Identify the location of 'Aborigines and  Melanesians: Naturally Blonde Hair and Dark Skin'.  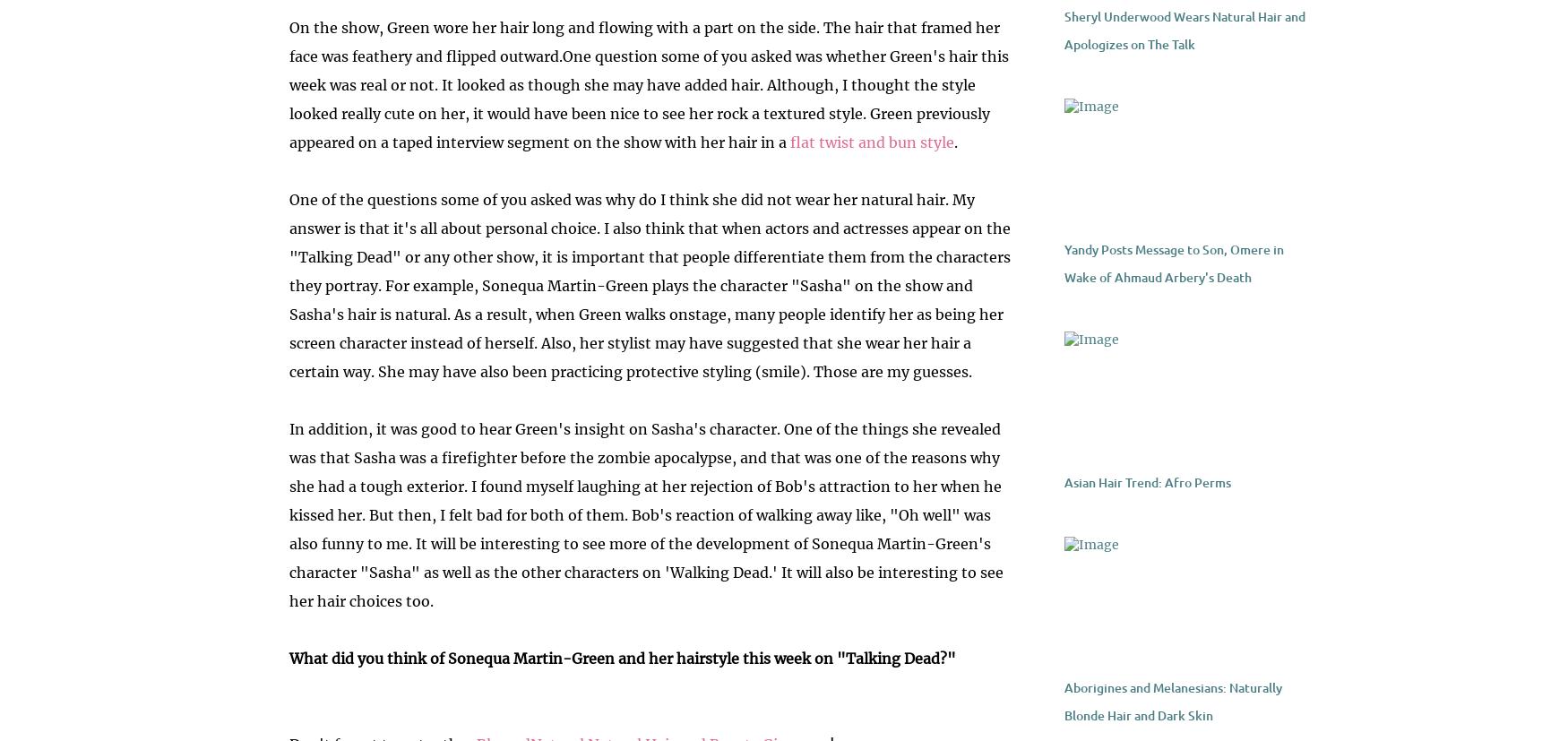
(1171, 702).